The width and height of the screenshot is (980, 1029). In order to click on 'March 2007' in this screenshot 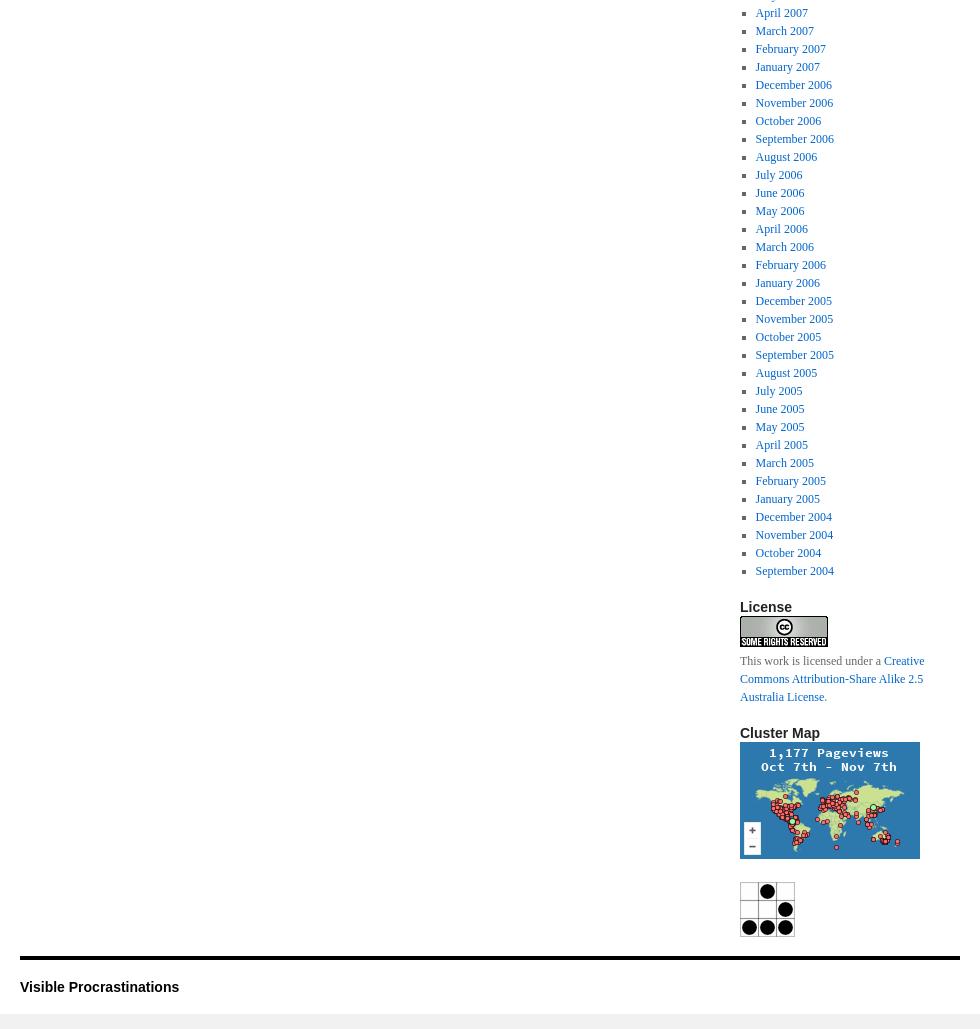, I will do `click(784, 30)`.